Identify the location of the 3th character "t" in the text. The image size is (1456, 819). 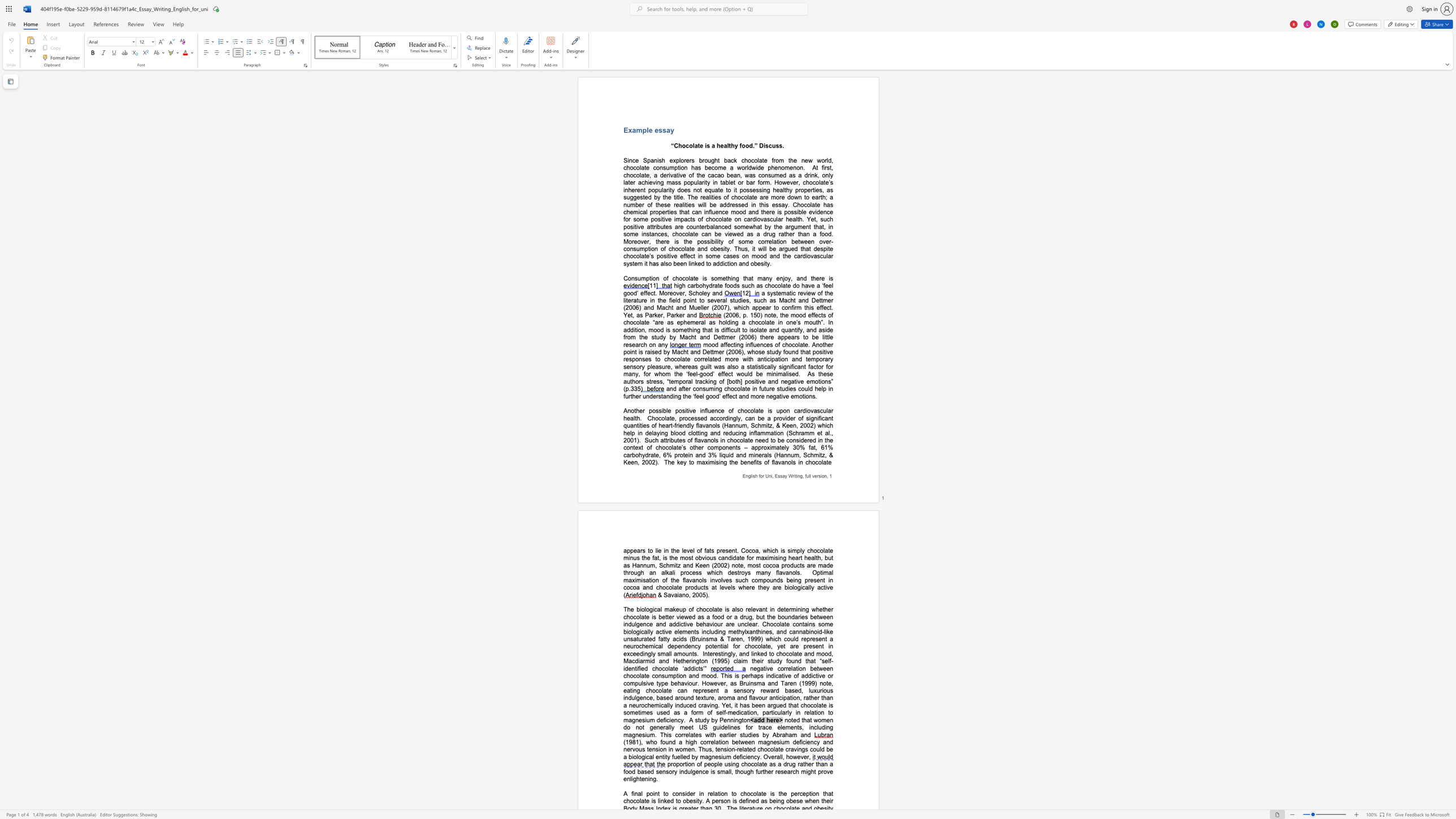
(649, 381).